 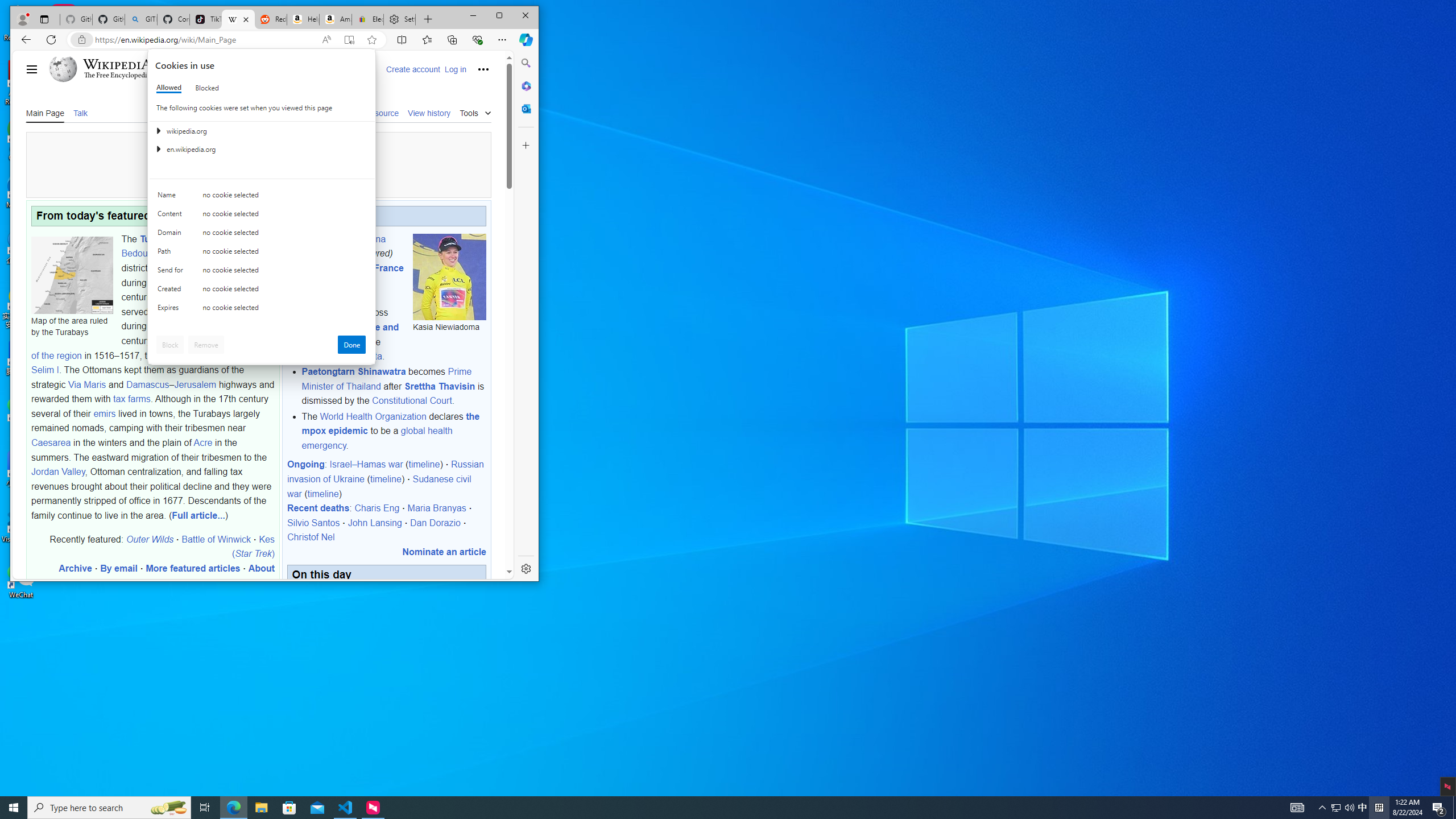 What do you see at coordinates (1296, 806) in the screenshot?
I see `'AutomationID: 4105'` at bounding box center [1296, 806].